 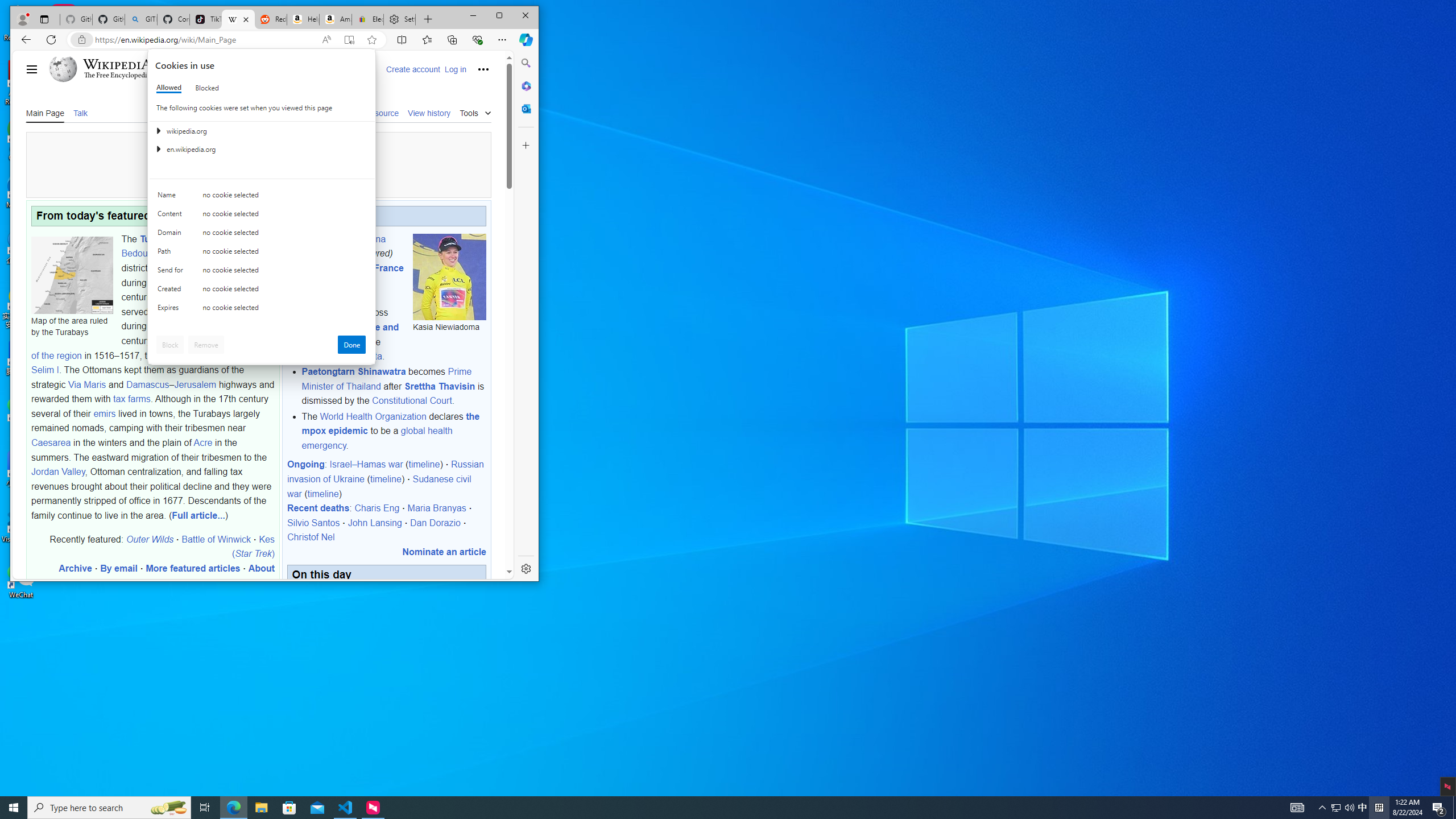 What do you see at coordinates (1296, 806) in the screenshot?
I see `'AutomationID: 4105'` at bounding box center [1296, 806].